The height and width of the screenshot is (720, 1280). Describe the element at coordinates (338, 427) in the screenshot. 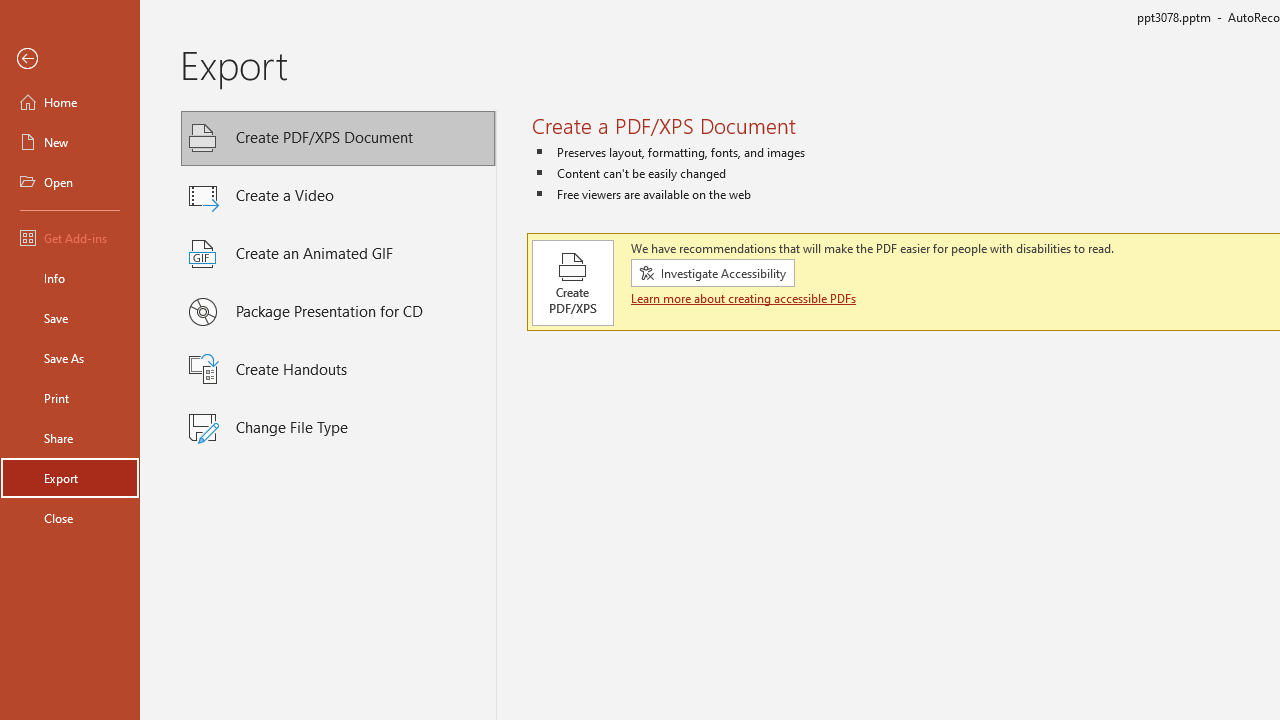

I see `'Change File Type'` at that location.